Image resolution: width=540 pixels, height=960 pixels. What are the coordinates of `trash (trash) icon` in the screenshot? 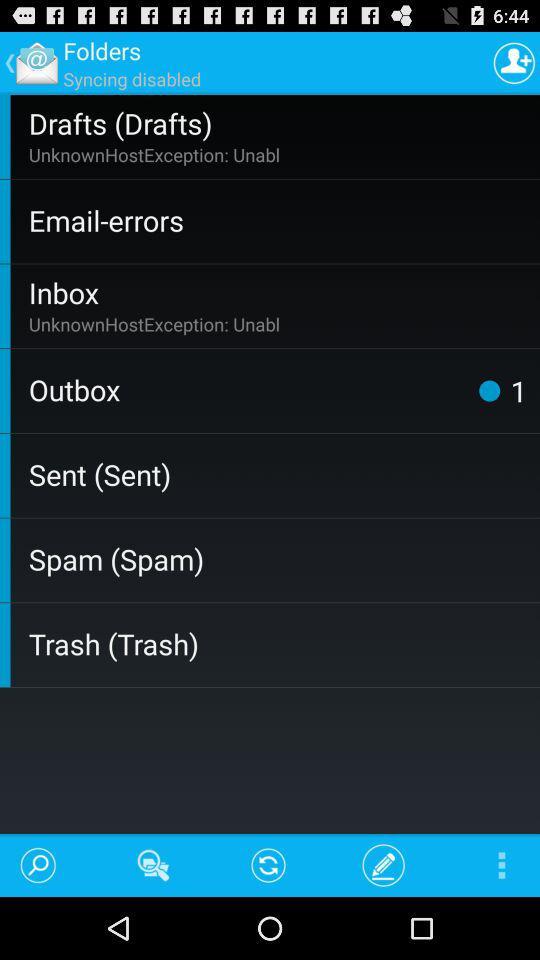 It's located at (279, 642).